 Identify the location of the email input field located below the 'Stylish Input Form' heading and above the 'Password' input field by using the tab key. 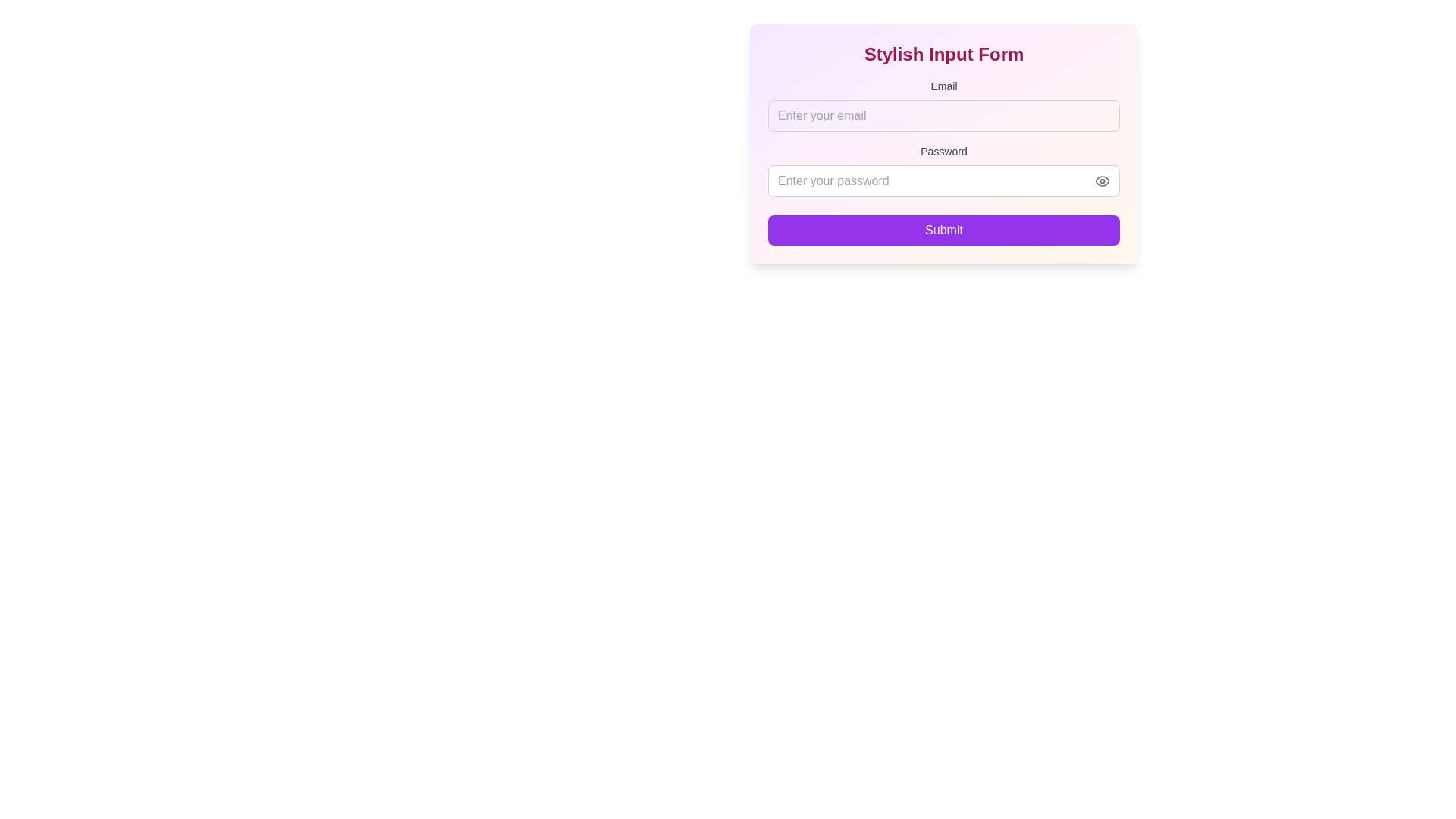
(943, 104).